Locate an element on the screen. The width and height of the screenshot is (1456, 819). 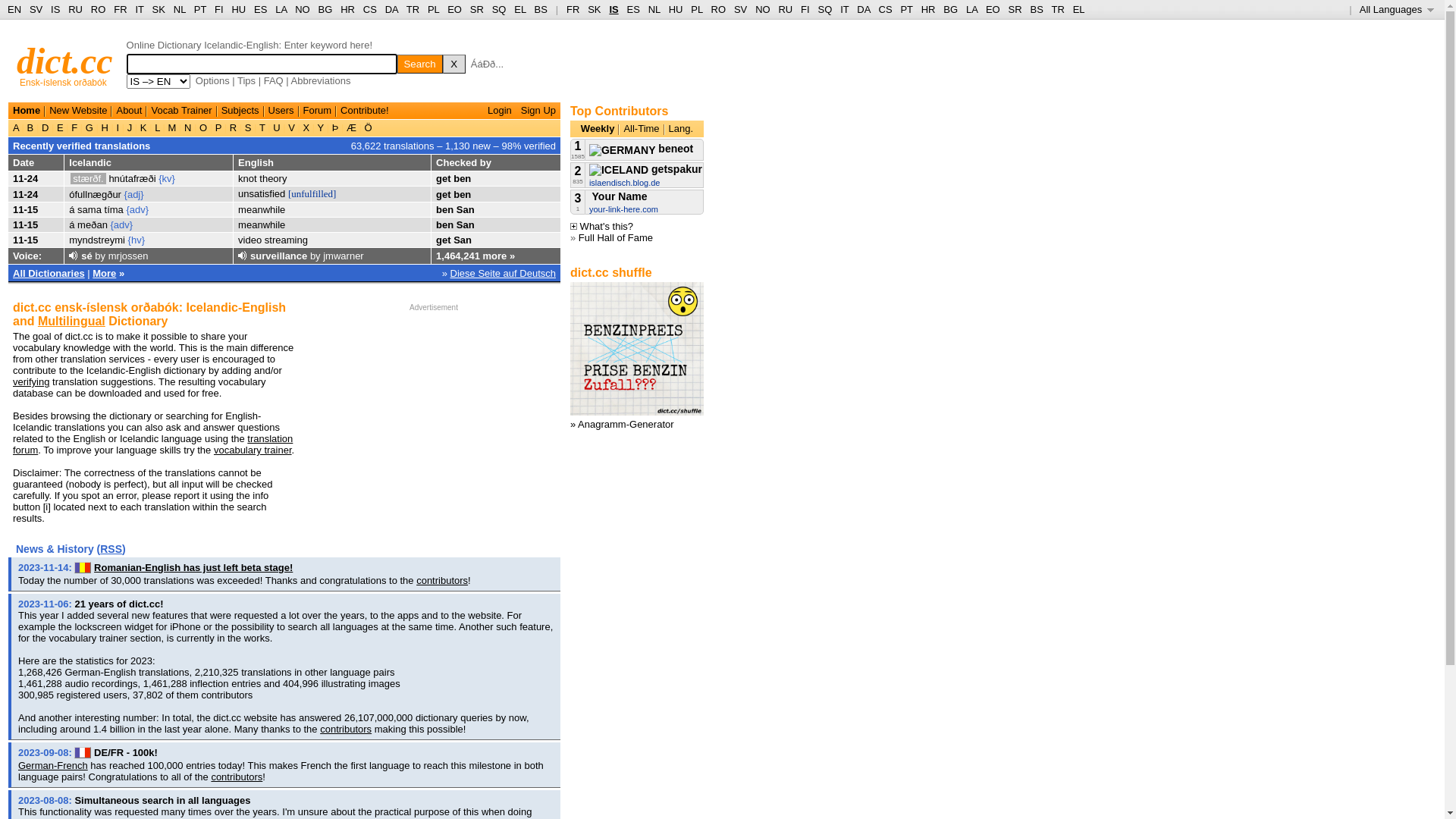
'Forum' is located at coordinates (303, 109).